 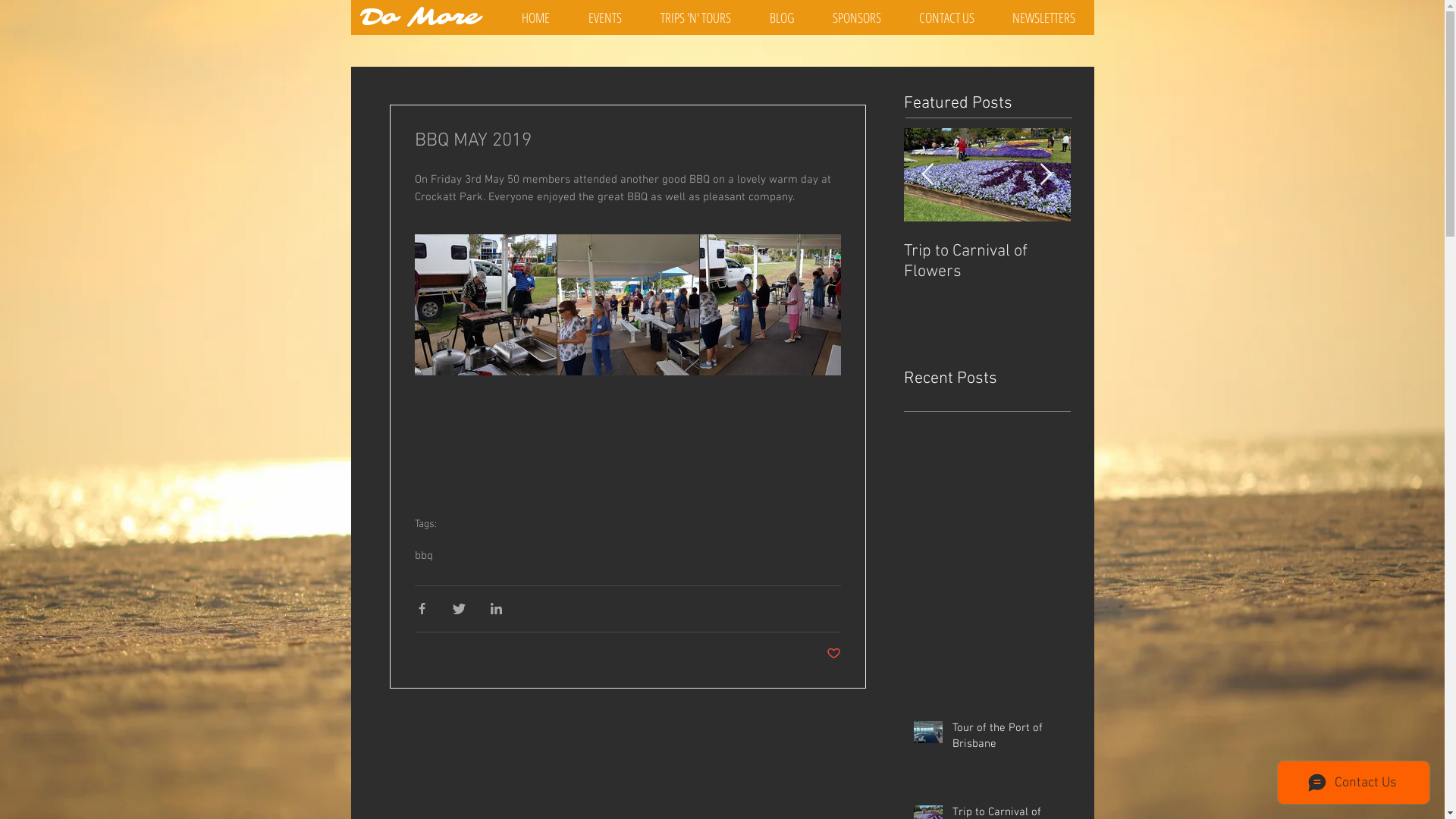 What do you see at coordinates (414, 555) in the screenshot?
I see `'bbq'` at bounding box center [414, 555].